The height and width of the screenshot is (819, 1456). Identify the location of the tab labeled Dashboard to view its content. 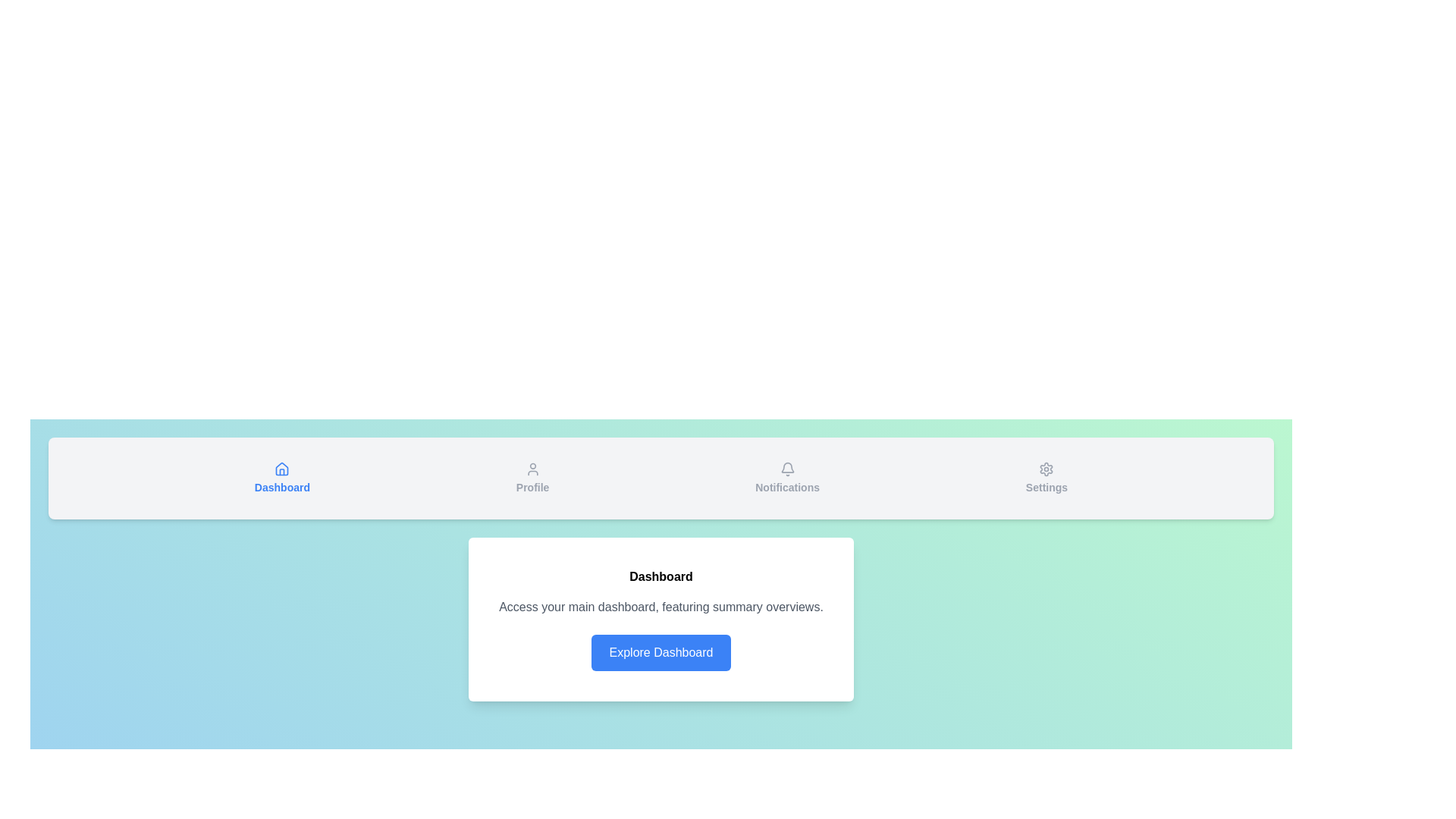
(282, 479).